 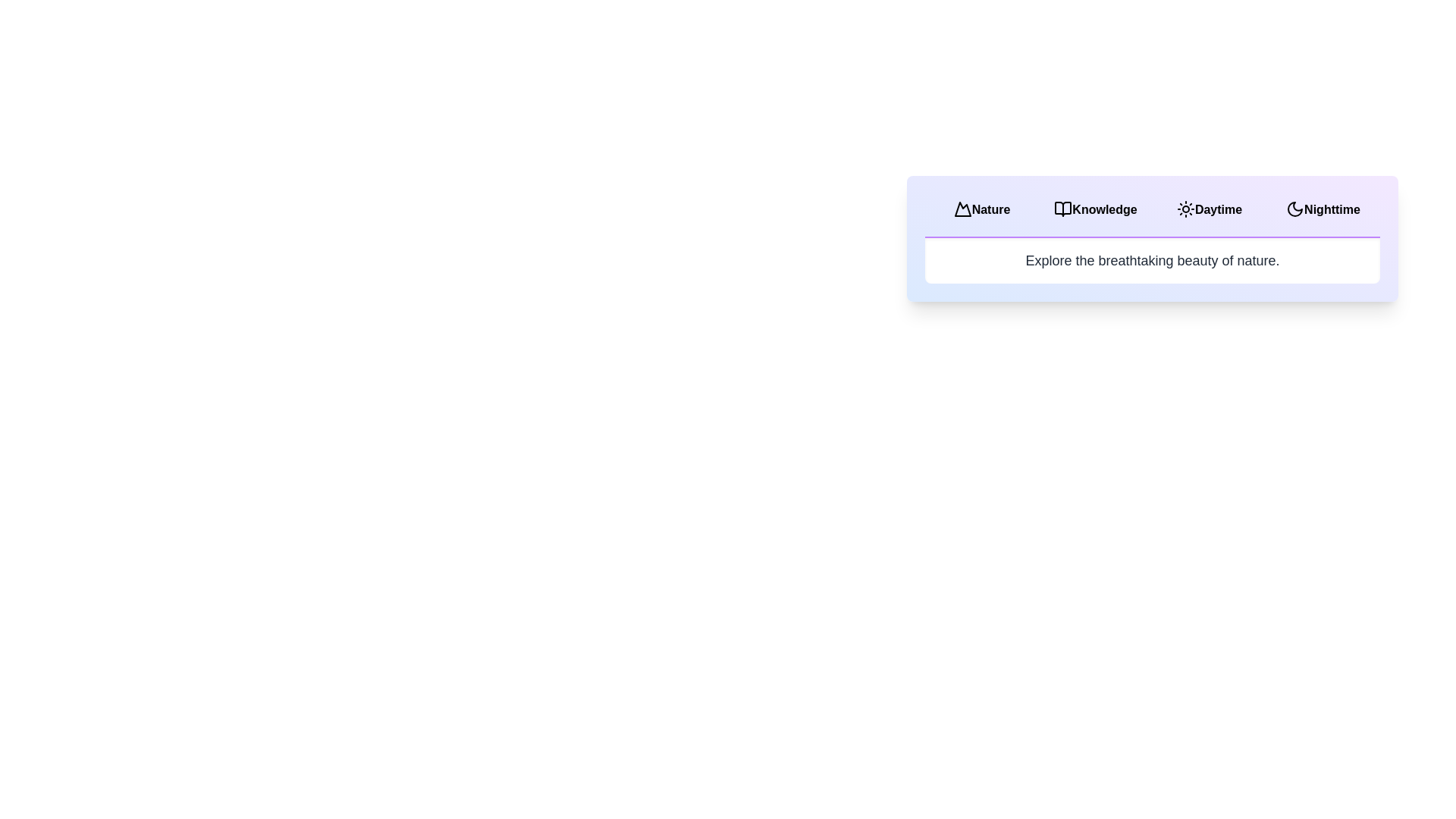 I want to click on the tab labeled Daytime, so click(x=1208, y=210).